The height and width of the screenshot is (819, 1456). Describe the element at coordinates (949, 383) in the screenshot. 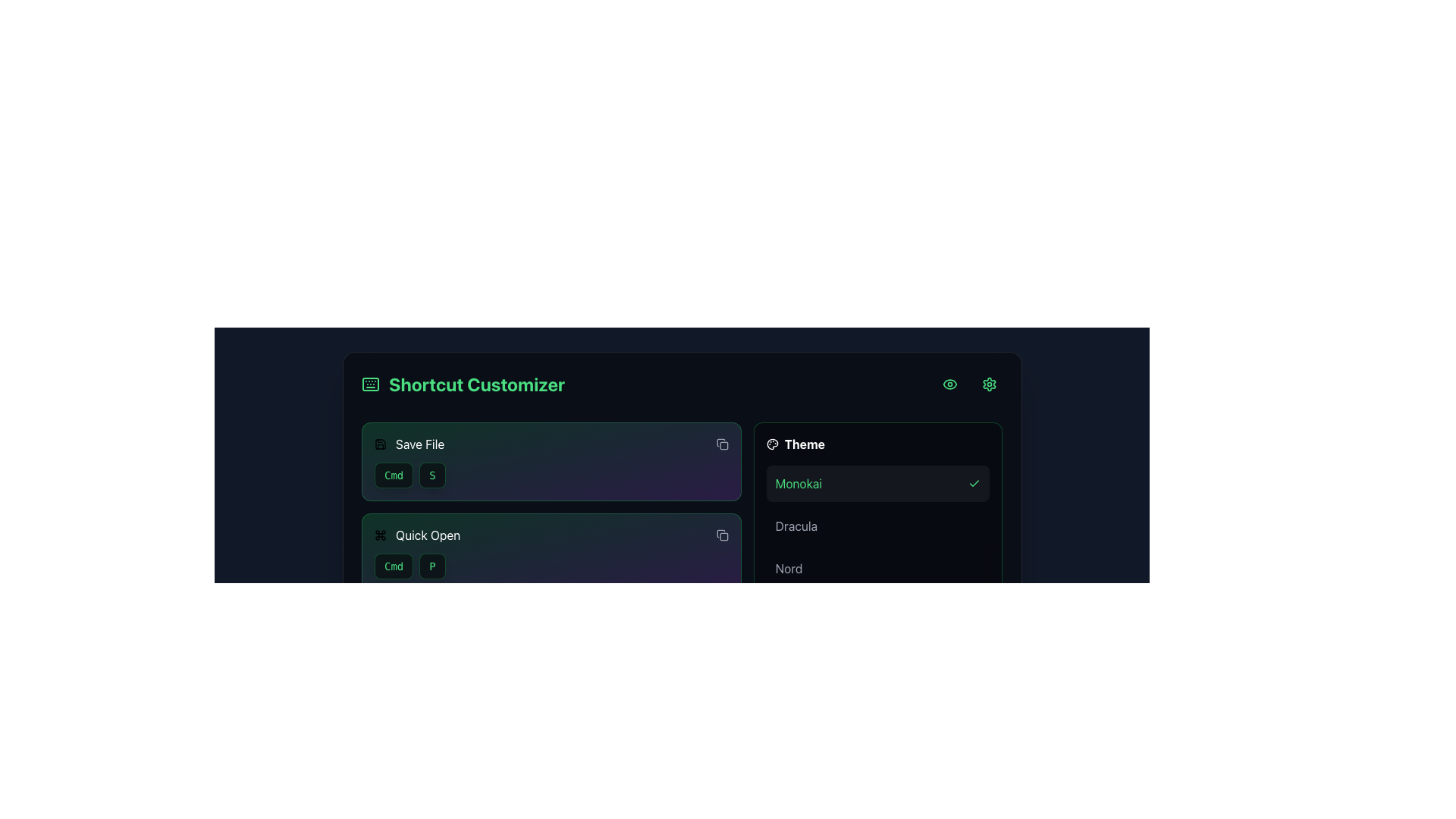

I see `the first interactive button located in the top-right corner of the UI` at that location.